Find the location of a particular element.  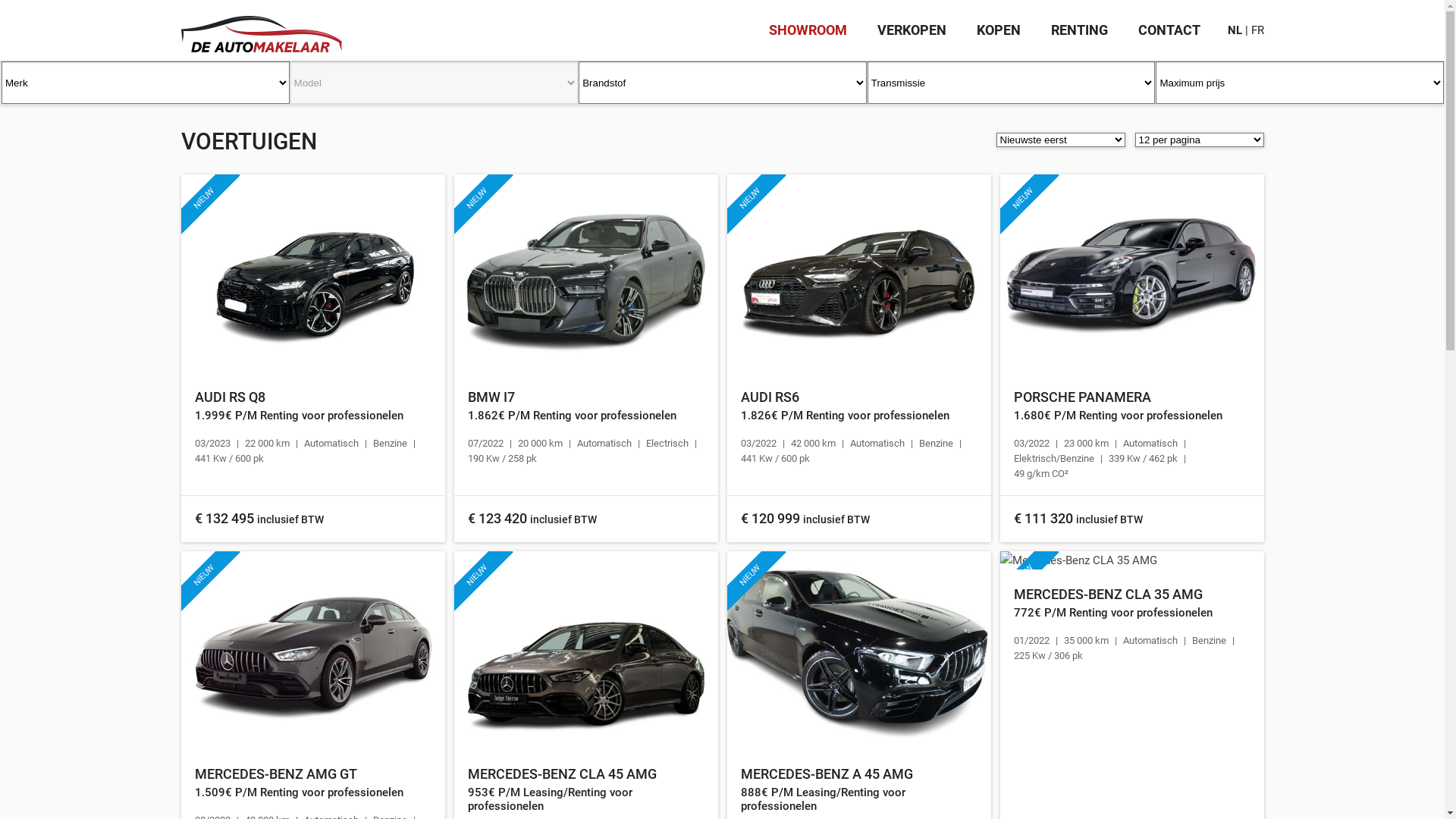

'SHOWROOM' is located at coordinates (768, 30).